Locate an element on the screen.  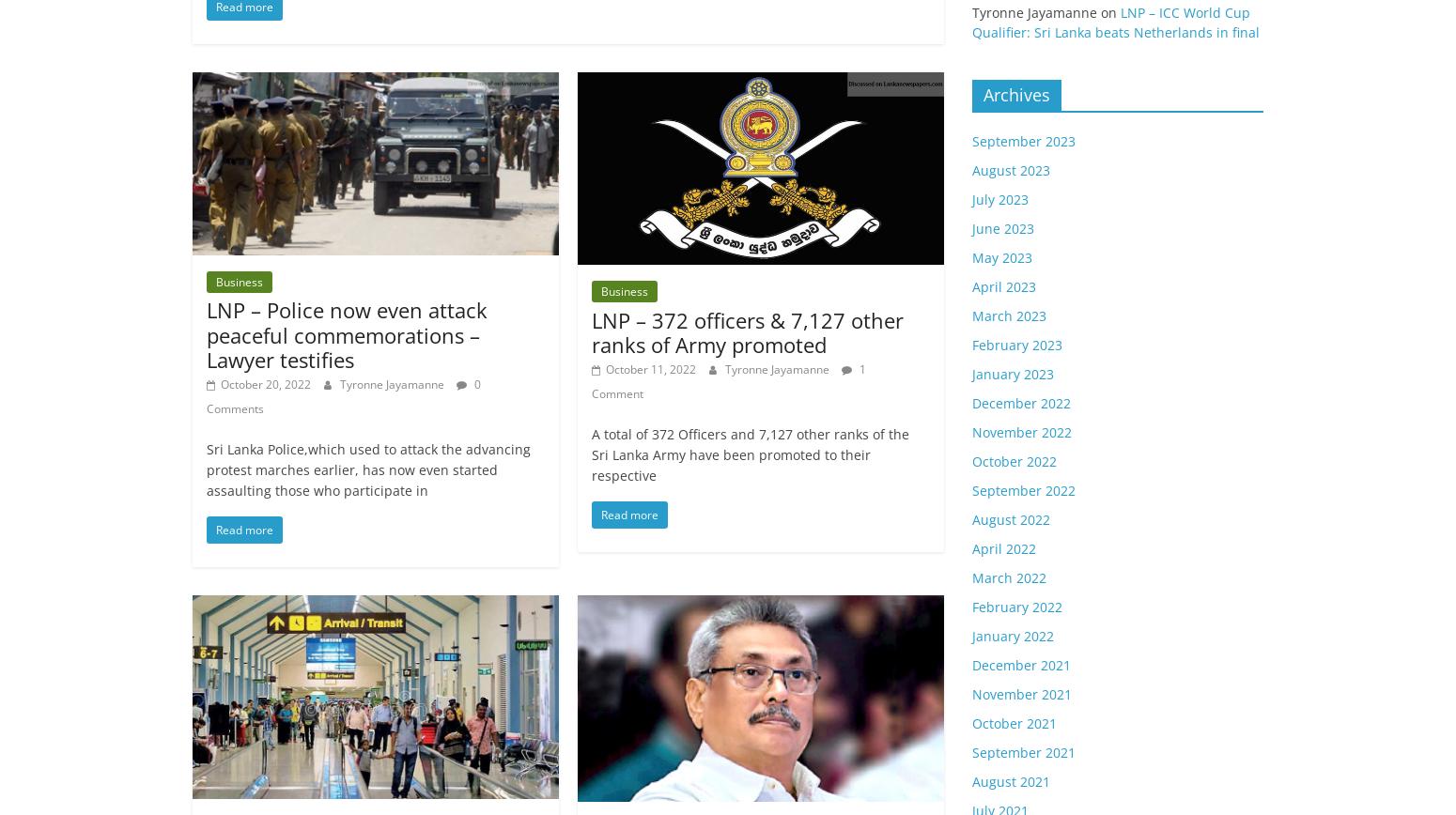
'July 2023' is located at coordinates (971, 199).